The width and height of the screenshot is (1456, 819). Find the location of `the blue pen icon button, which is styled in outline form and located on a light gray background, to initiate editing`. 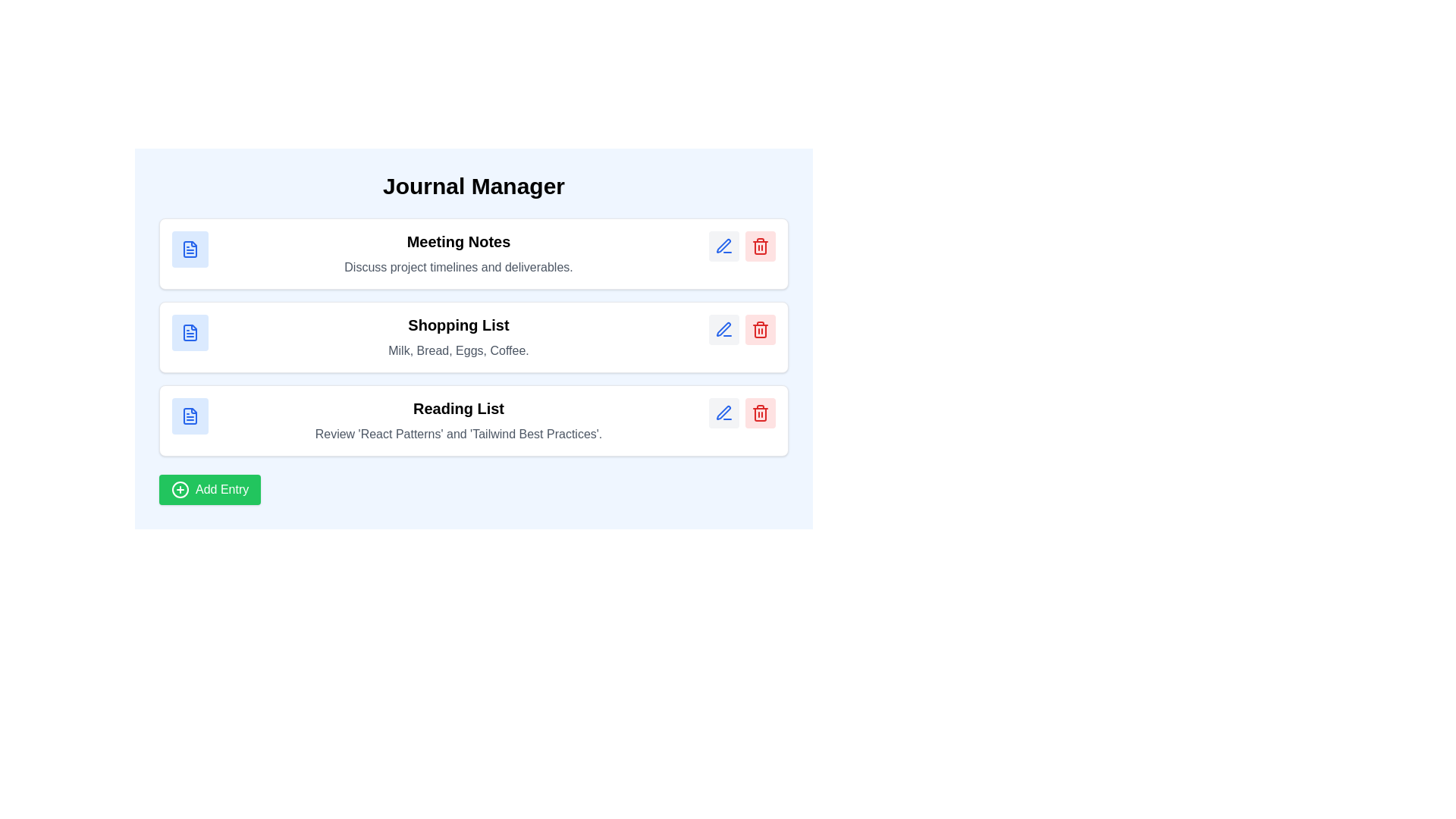

the blue pen icon button, which is styled in outline form and located on a light gray background, to initiate editing is located at coordinates (723, 413).